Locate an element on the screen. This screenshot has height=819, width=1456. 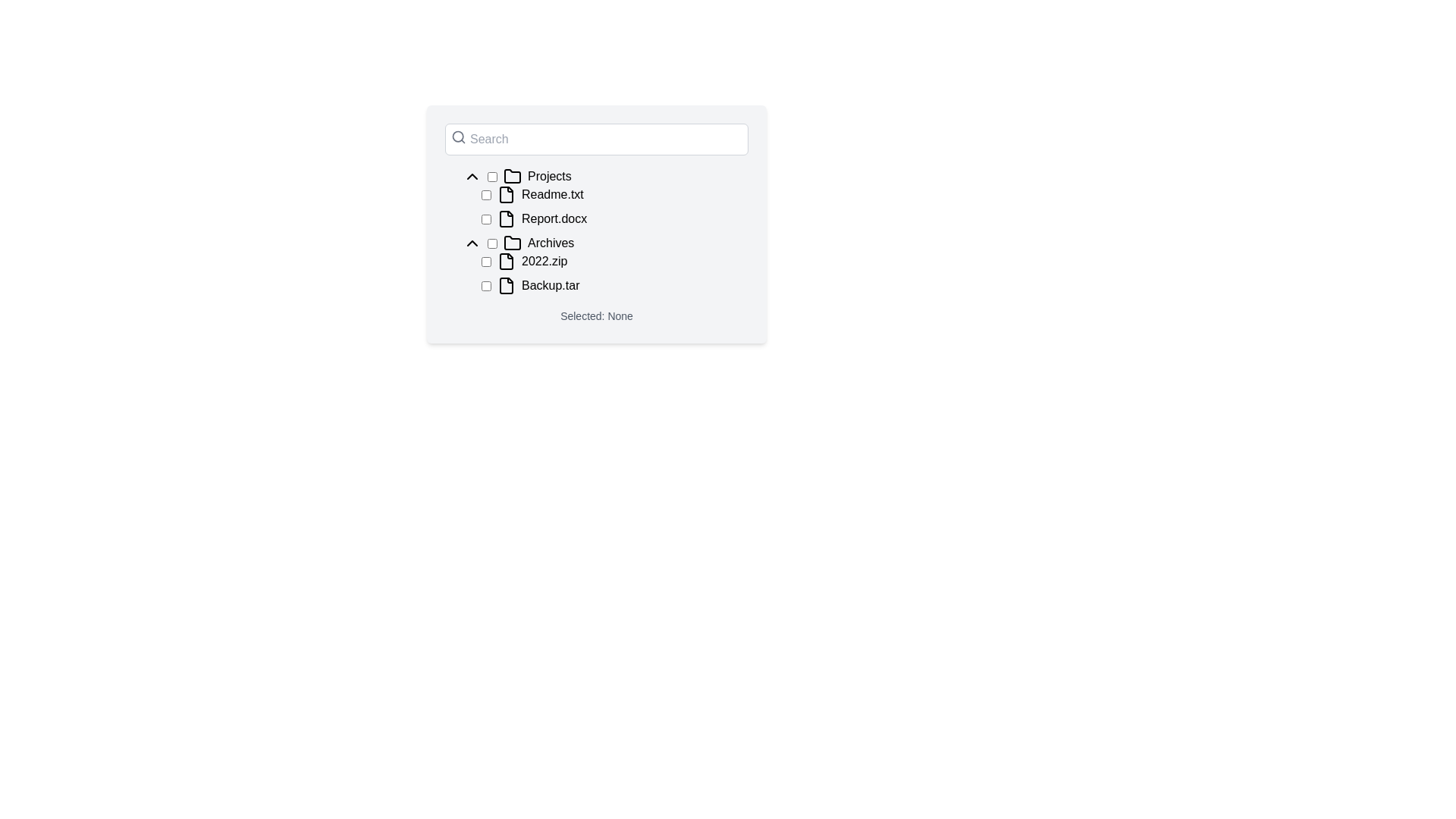
the checkbox to the left of '2022.zip' to deselect it is located at coordinates (486, 260).